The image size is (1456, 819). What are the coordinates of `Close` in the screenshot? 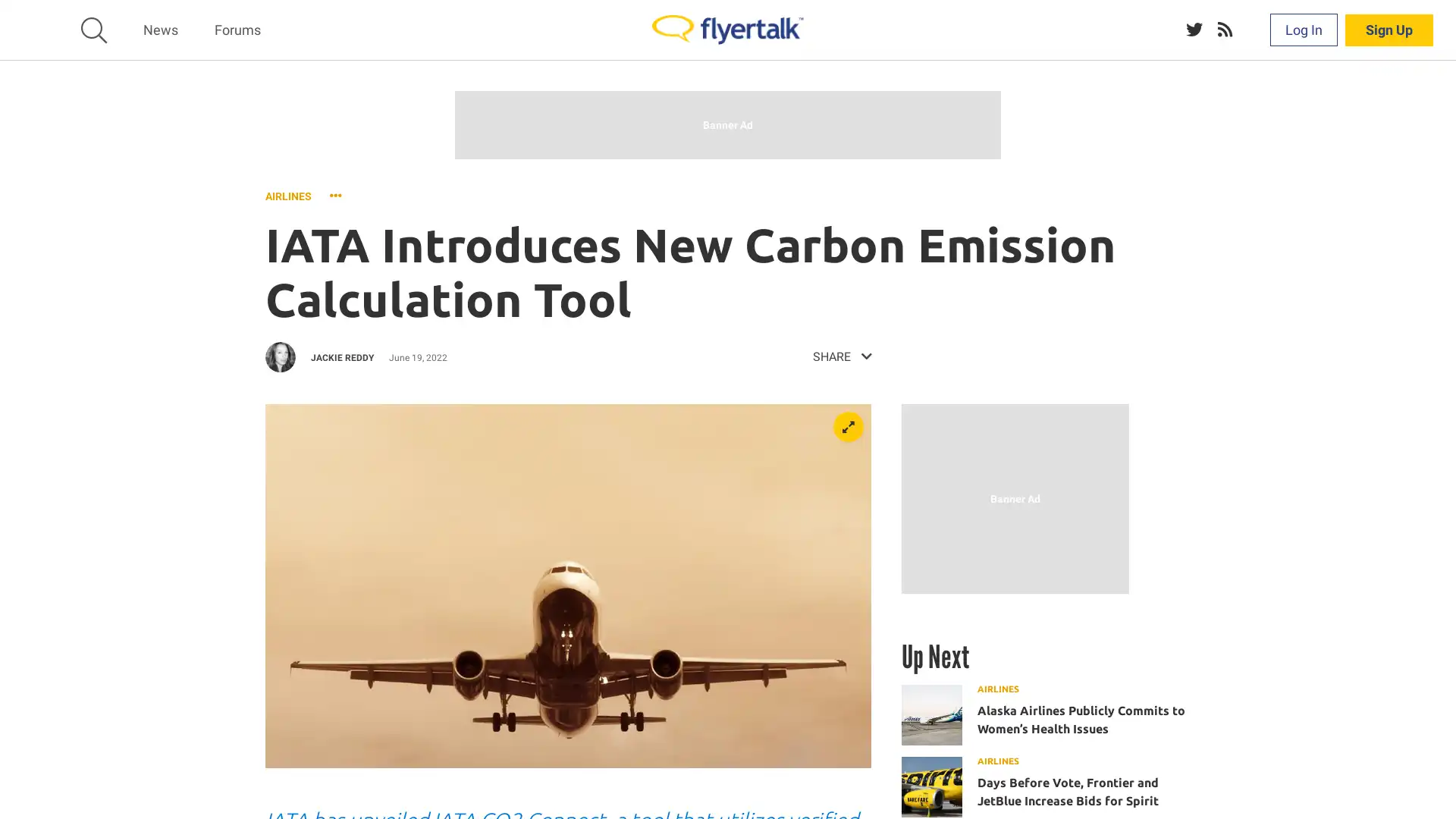 It's located at (1437, 783).